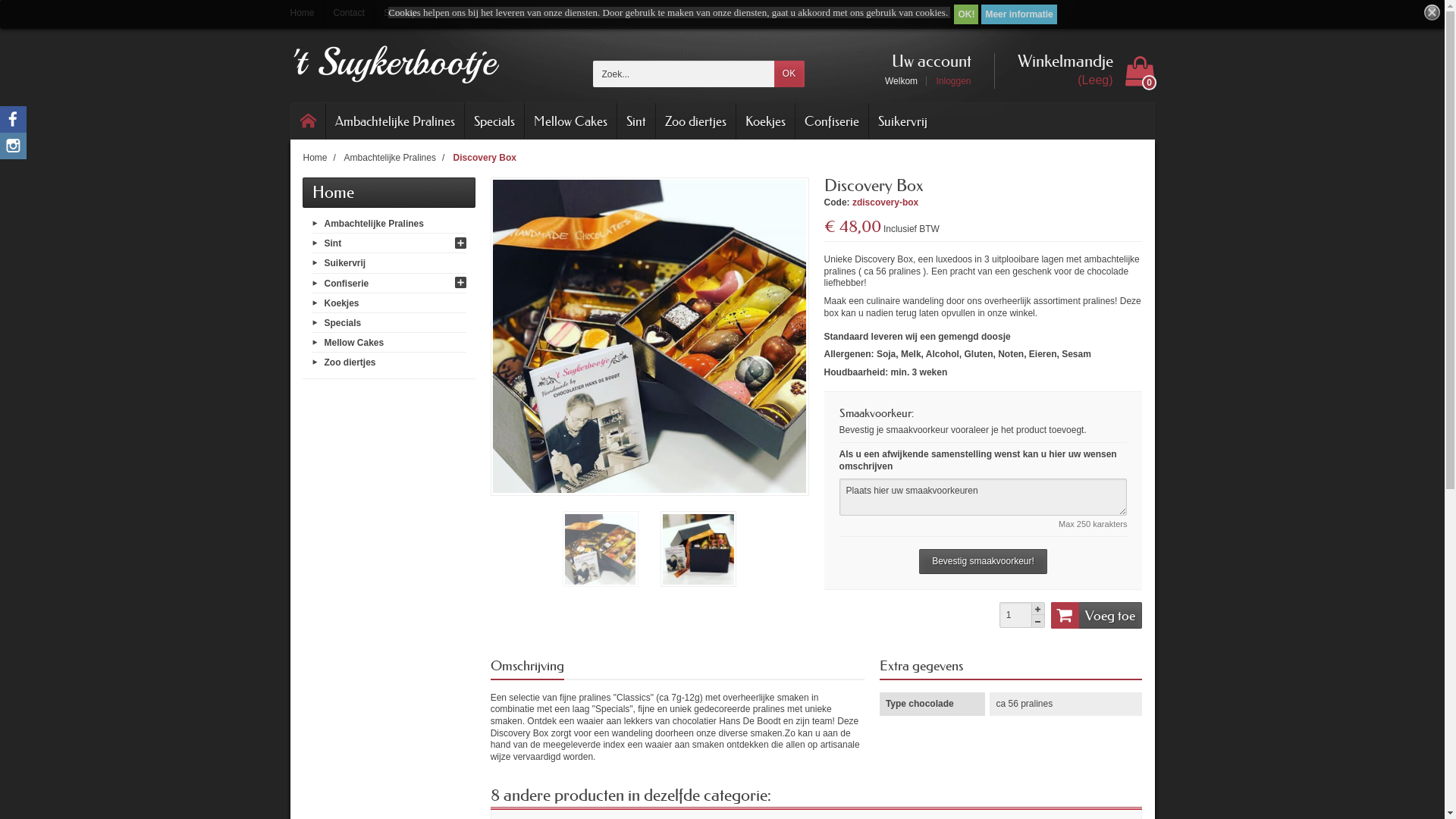  I want to click on 'Koekjes', so click(341, 302).